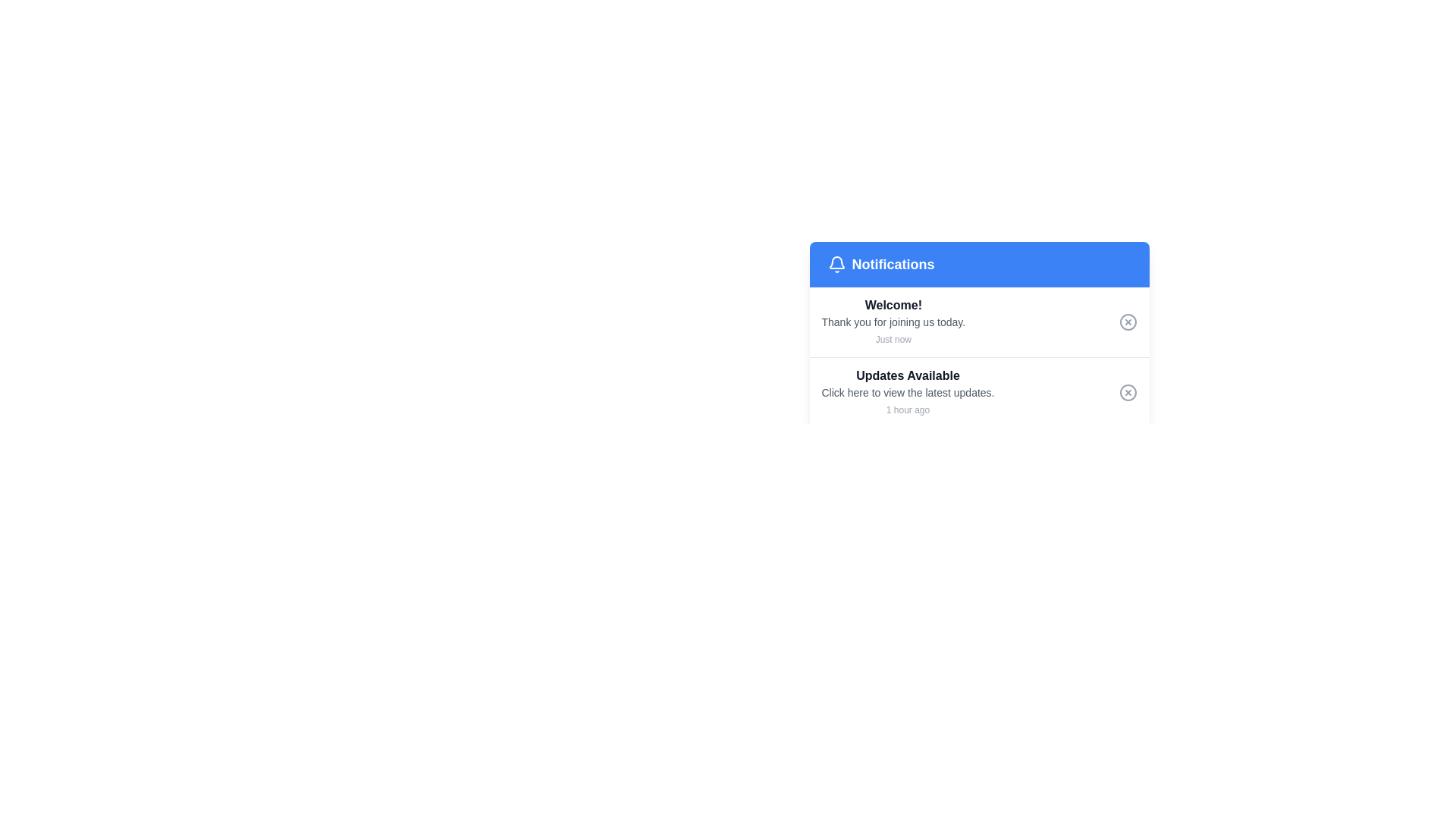  What do you see at coordinates (893, 338) in the screenshot?
I see `the text label reading 'Just now'` at bounding box center [893, 338].